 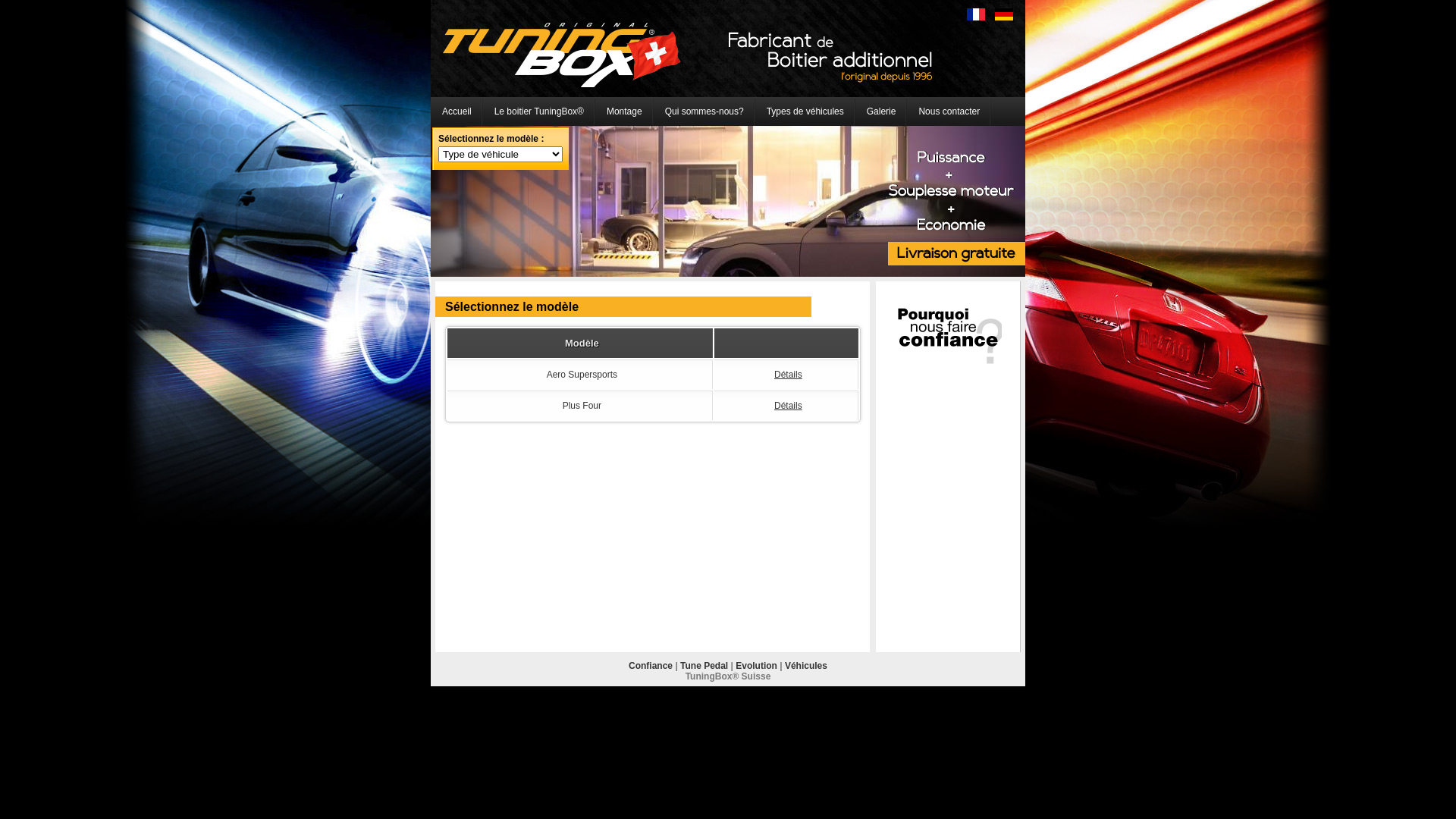 I want to click on 'Nous contacter', so click(x=906, y=110).